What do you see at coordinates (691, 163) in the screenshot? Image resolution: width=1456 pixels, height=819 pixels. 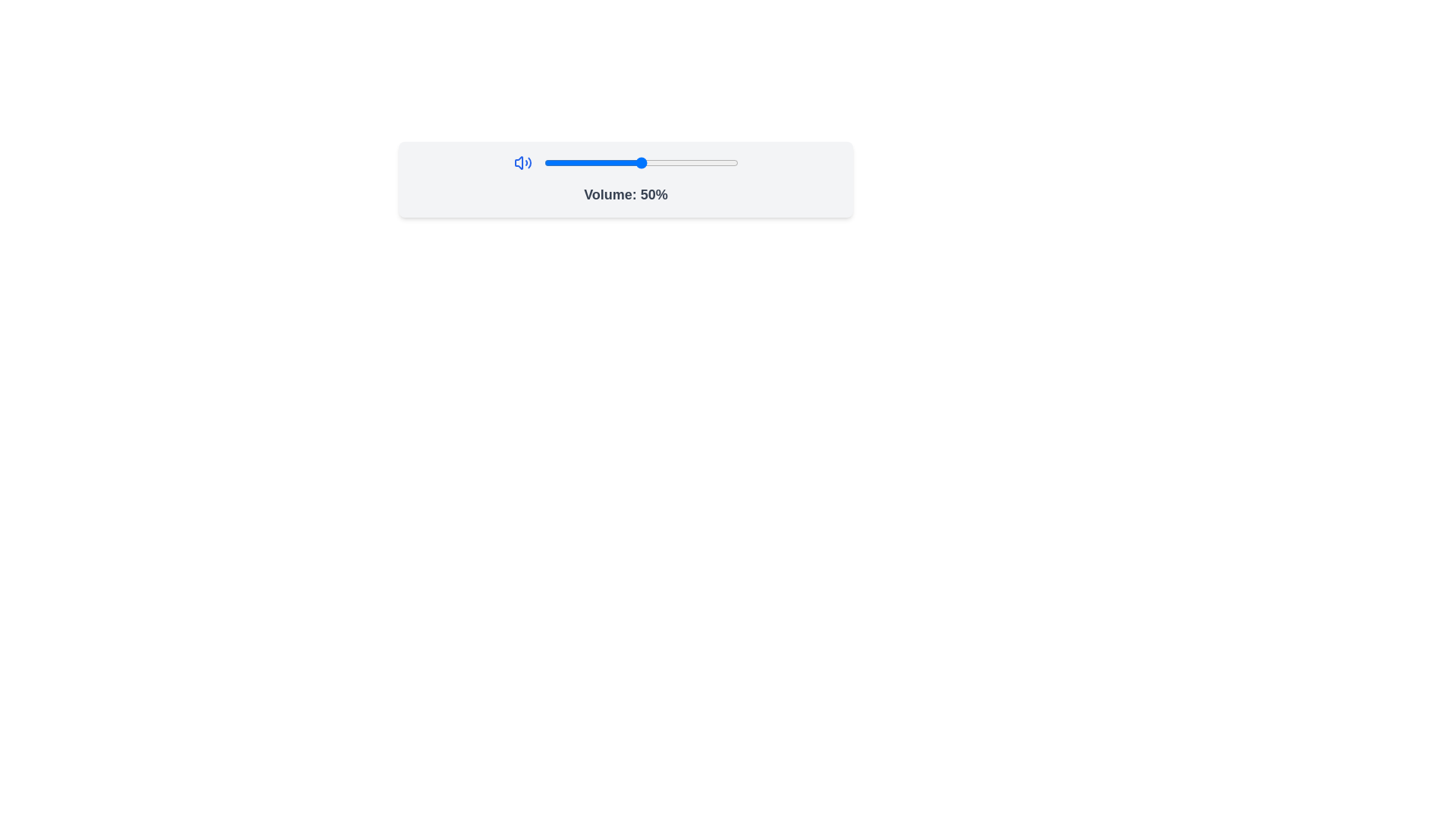 I see `the slider volume` at bounding box center [691, 163].